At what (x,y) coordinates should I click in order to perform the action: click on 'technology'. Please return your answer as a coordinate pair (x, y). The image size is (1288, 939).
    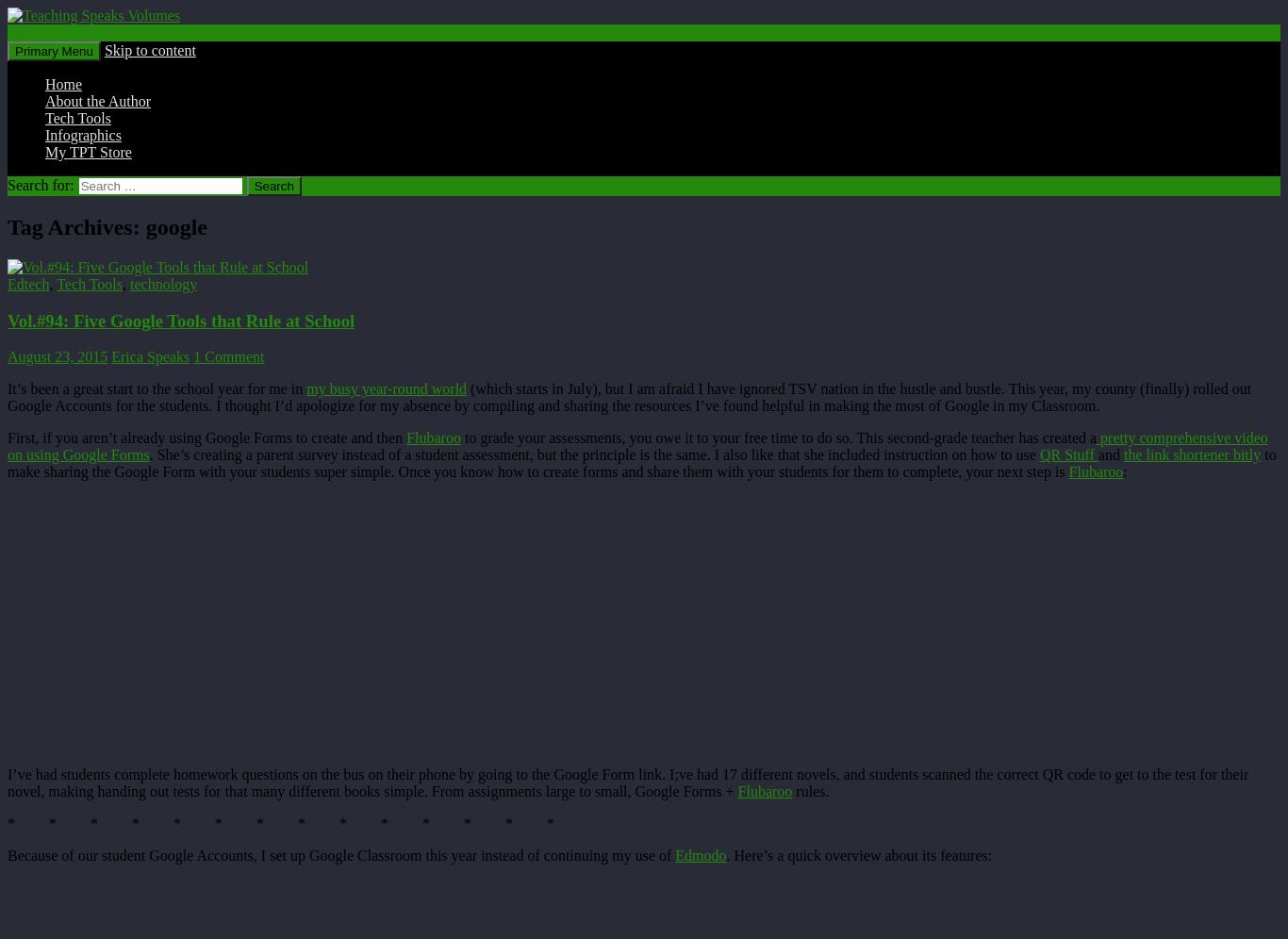
    Looking at the image, I should click on (162, 282).